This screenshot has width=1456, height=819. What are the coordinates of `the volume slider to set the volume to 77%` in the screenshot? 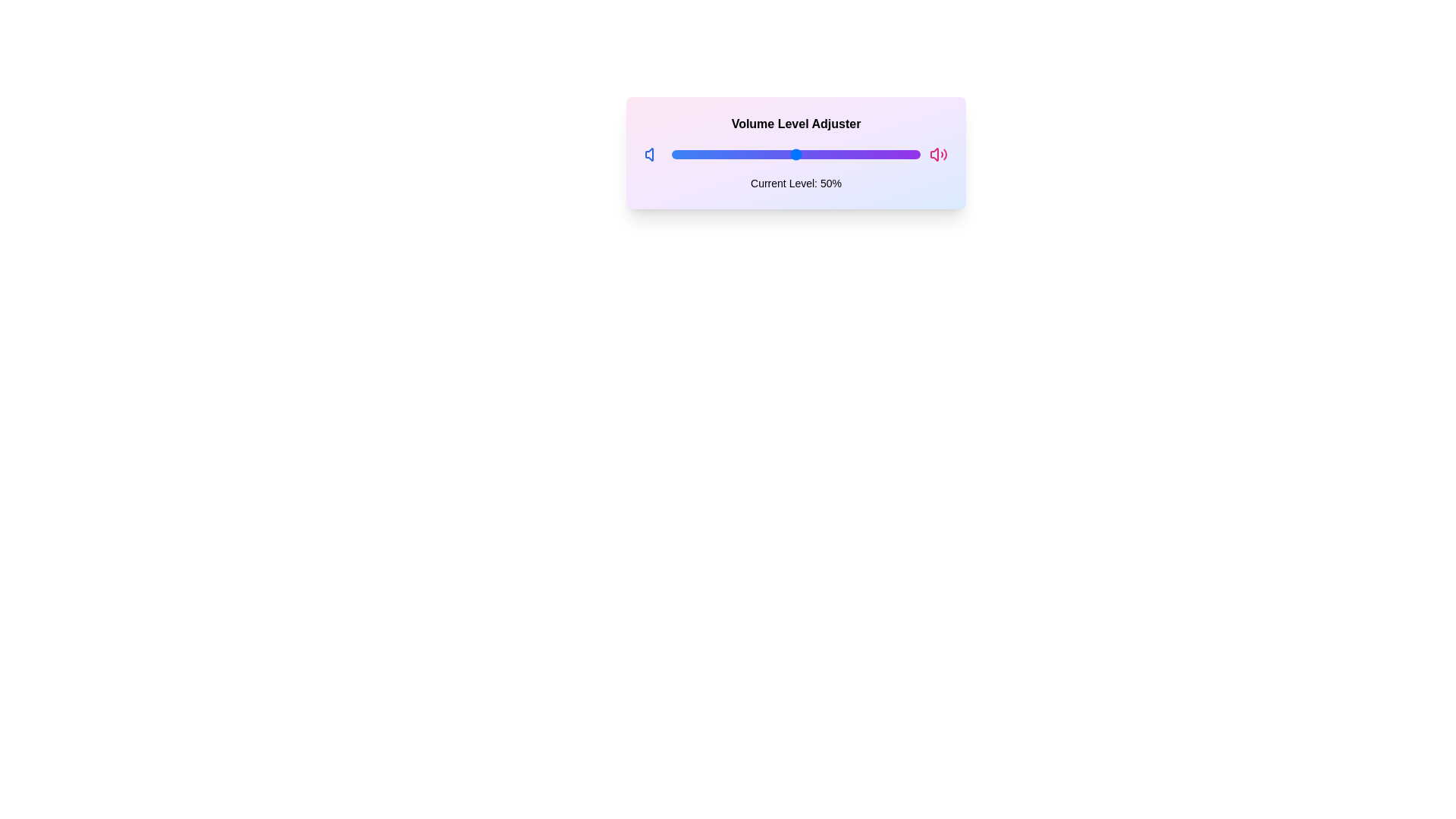 It's located at (863, 155).